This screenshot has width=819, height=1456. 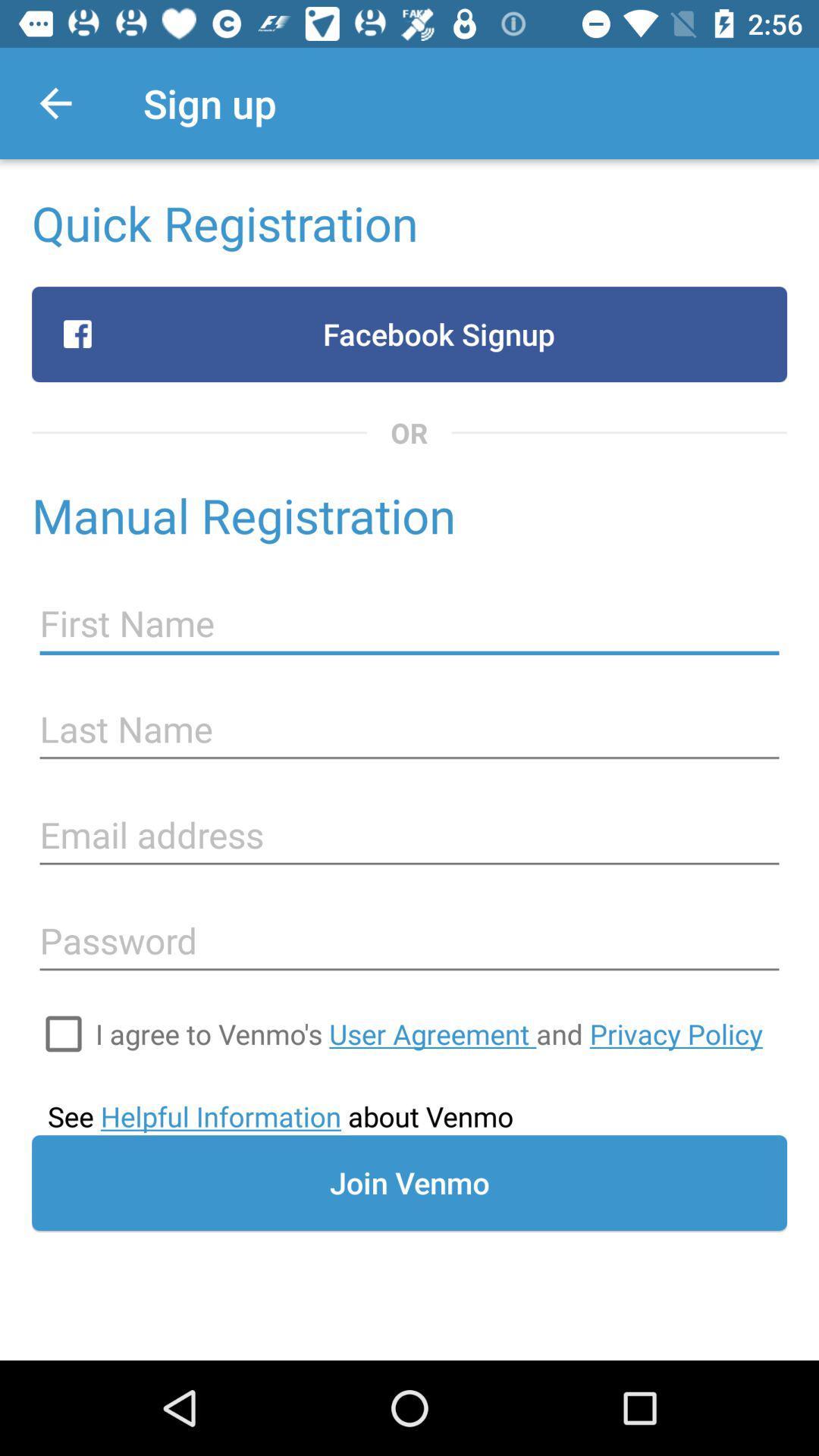 I want to click on the facebook signup, so click(x=409, y=334).